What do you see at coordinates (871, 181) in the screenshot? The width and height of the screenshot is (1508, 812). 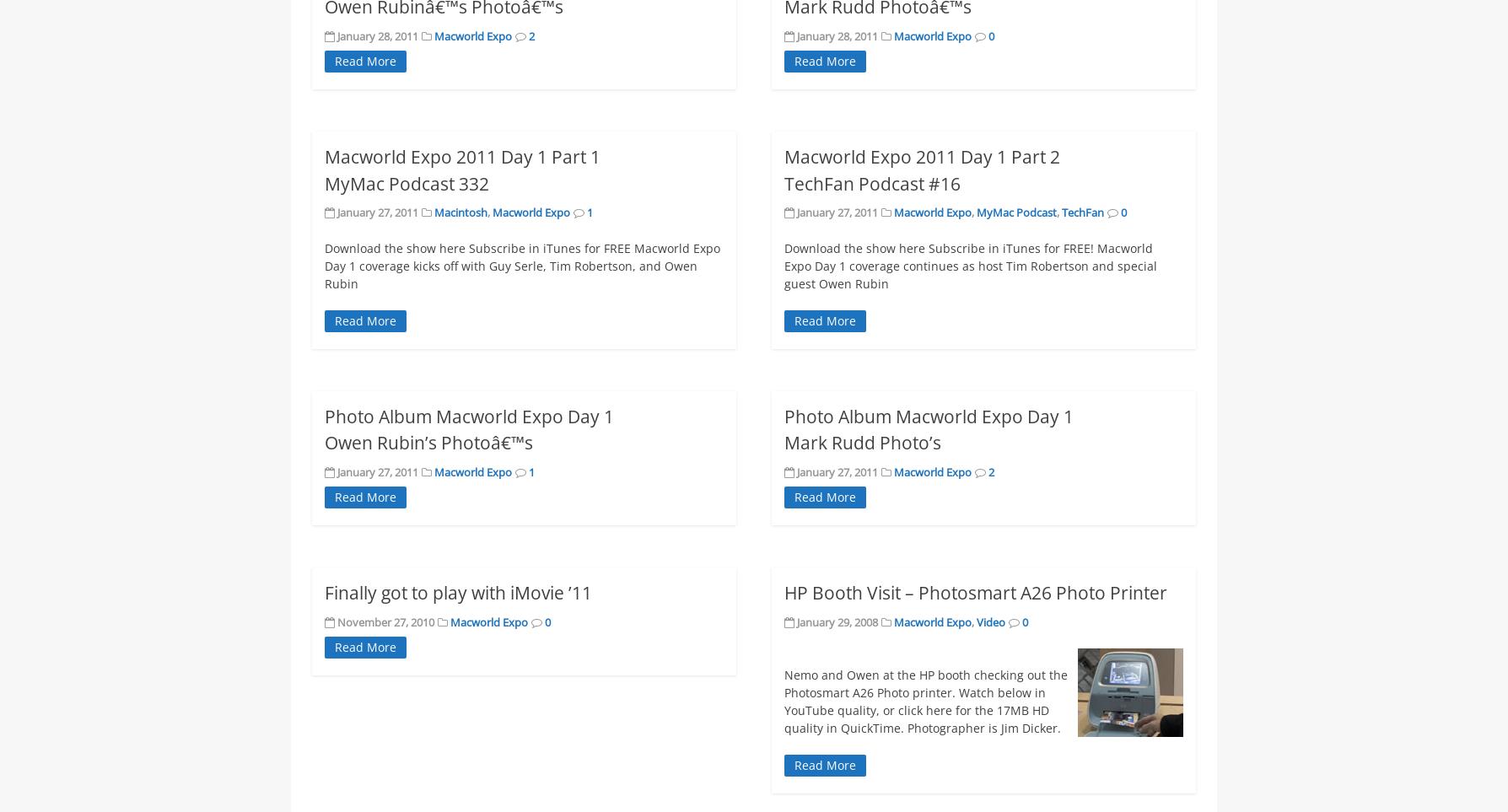 I see `'TechFan Podcast #16'` at bounding box center [871, 181].